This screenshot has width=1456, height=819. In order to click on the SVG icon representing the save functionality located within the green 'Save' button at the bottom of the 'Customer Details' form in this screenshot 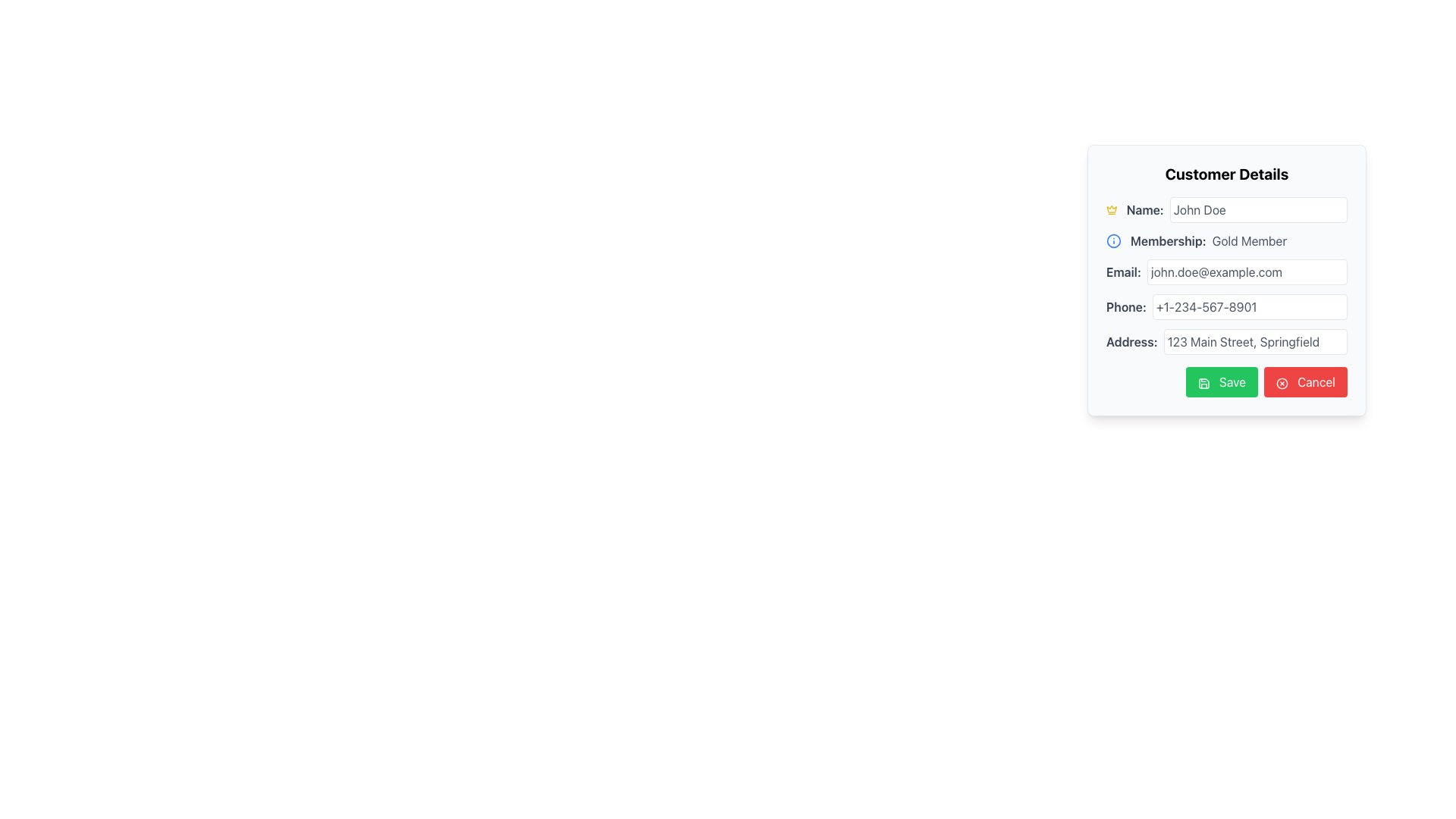, I will do `click(1203, 382)`.